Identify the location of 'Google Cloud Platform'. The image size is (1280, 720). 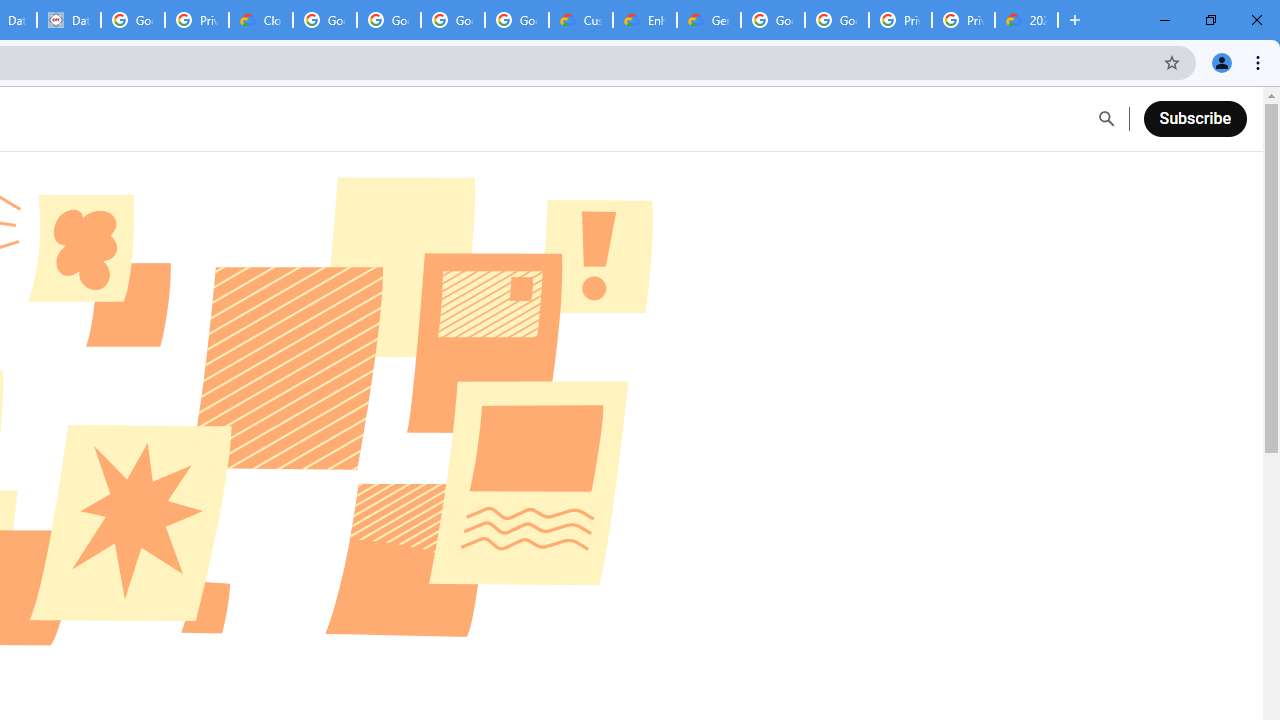
(772, 20).